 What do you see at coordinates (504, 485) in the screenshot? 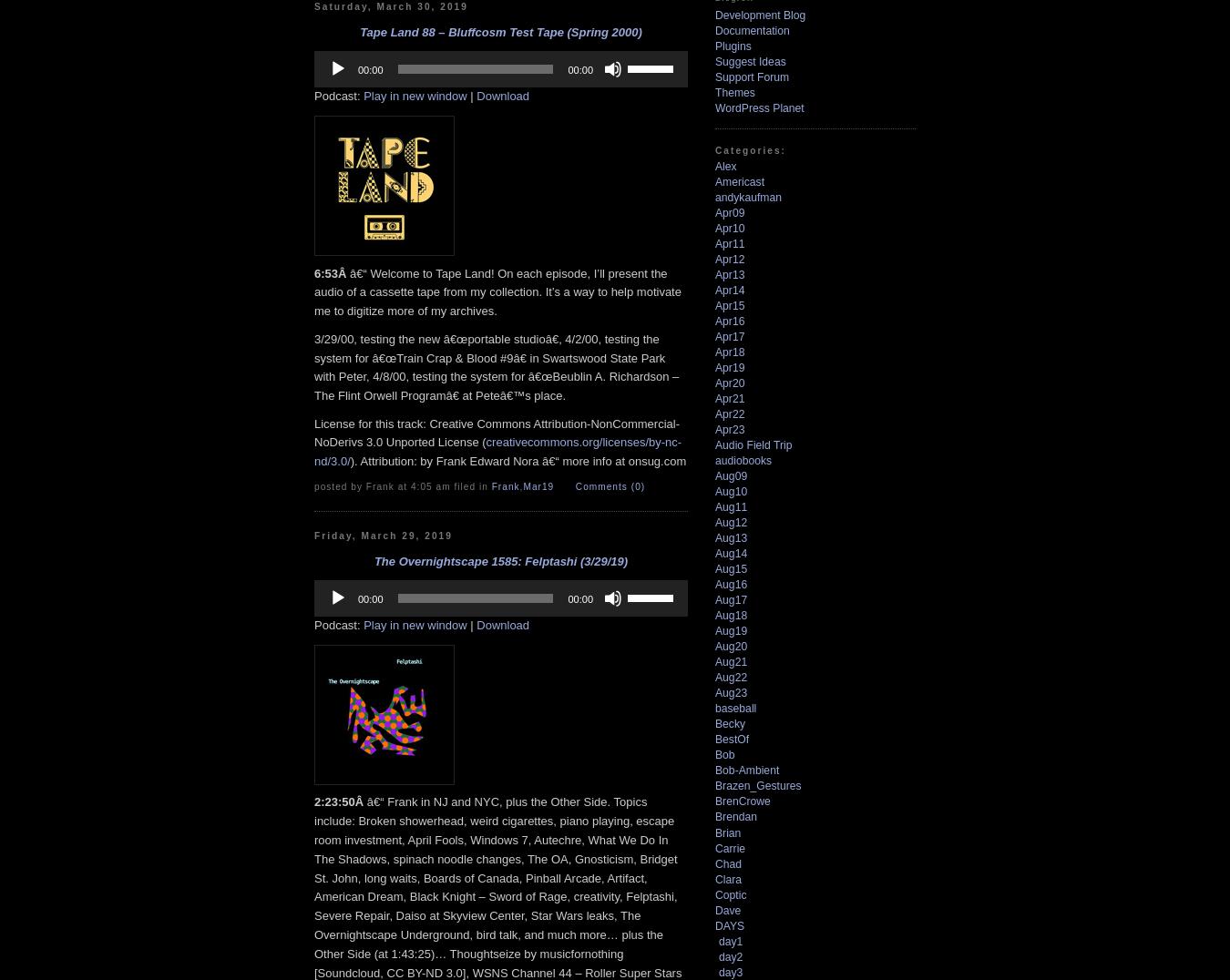
I see `'Frank'` at bounding box center [504, 485].